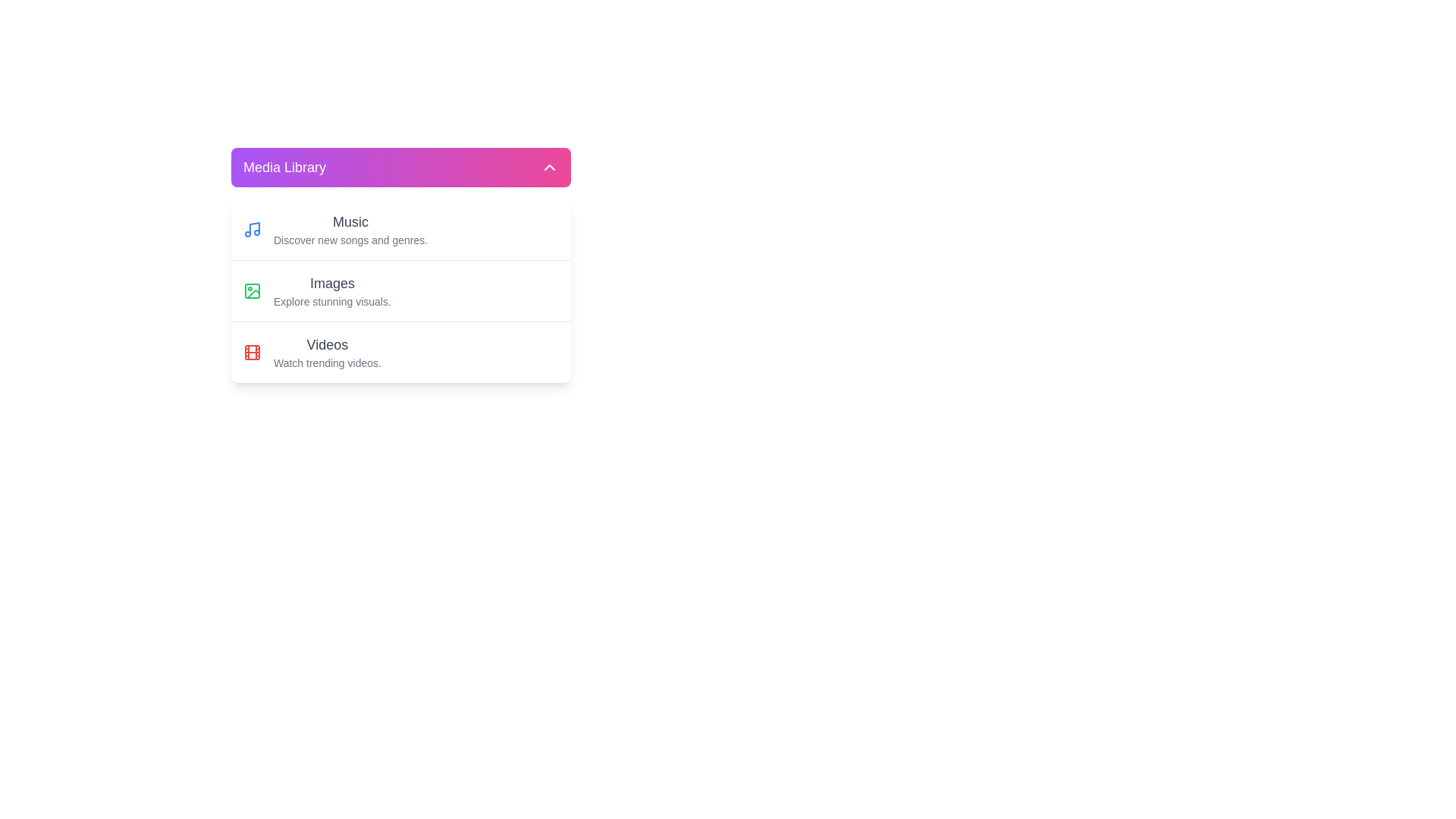 This screenshot has height=819, width=1456. Describe the element at coordinates (252, 291) in the screenshot. I see `the 'Images' icon in the 'Media Library' section, which is the first icon in the second row, located to the left of the text 'Images'` at that location.